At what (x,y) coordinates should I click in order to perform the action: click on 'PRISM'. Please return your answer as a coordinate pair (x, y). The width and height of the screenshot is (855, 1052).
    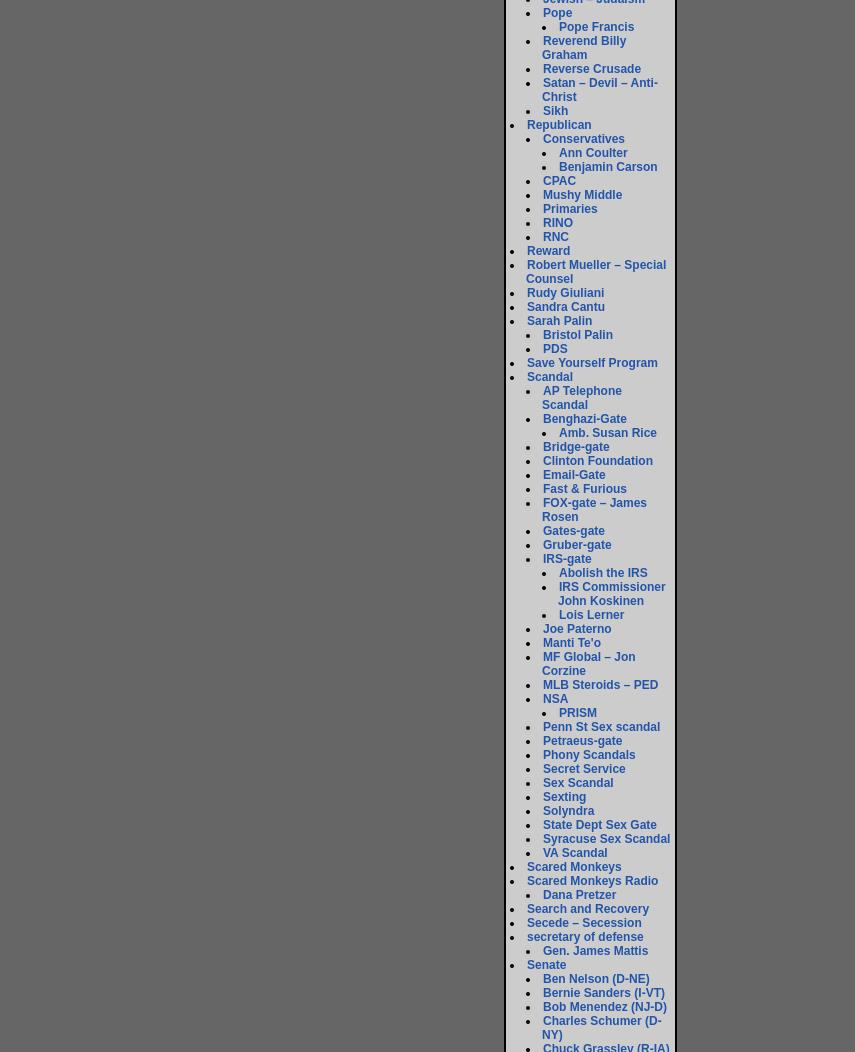
    Looking at the image, I should click on (576, 713).